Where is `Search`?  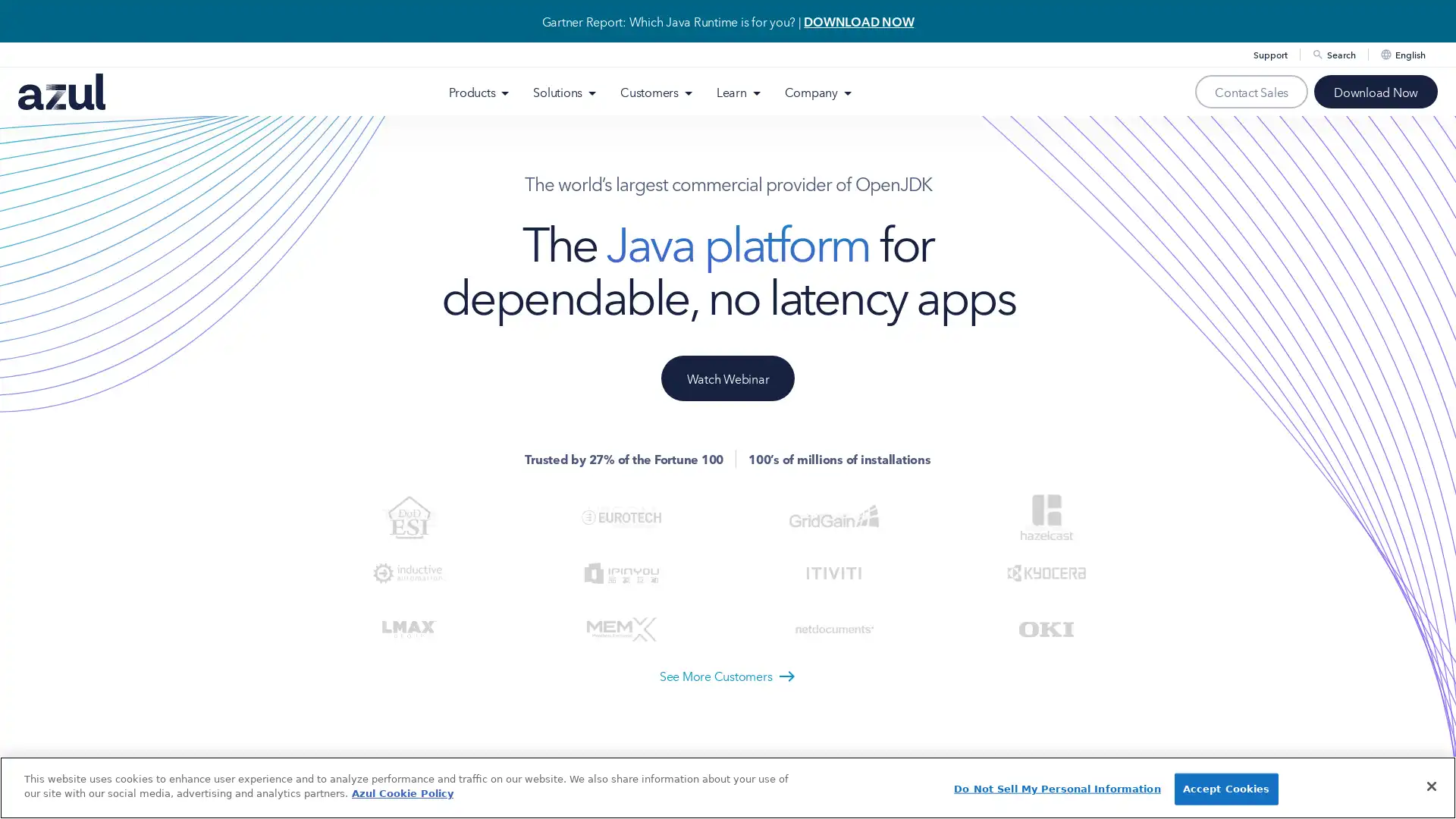 Search is located at coordinates (1349, 87).